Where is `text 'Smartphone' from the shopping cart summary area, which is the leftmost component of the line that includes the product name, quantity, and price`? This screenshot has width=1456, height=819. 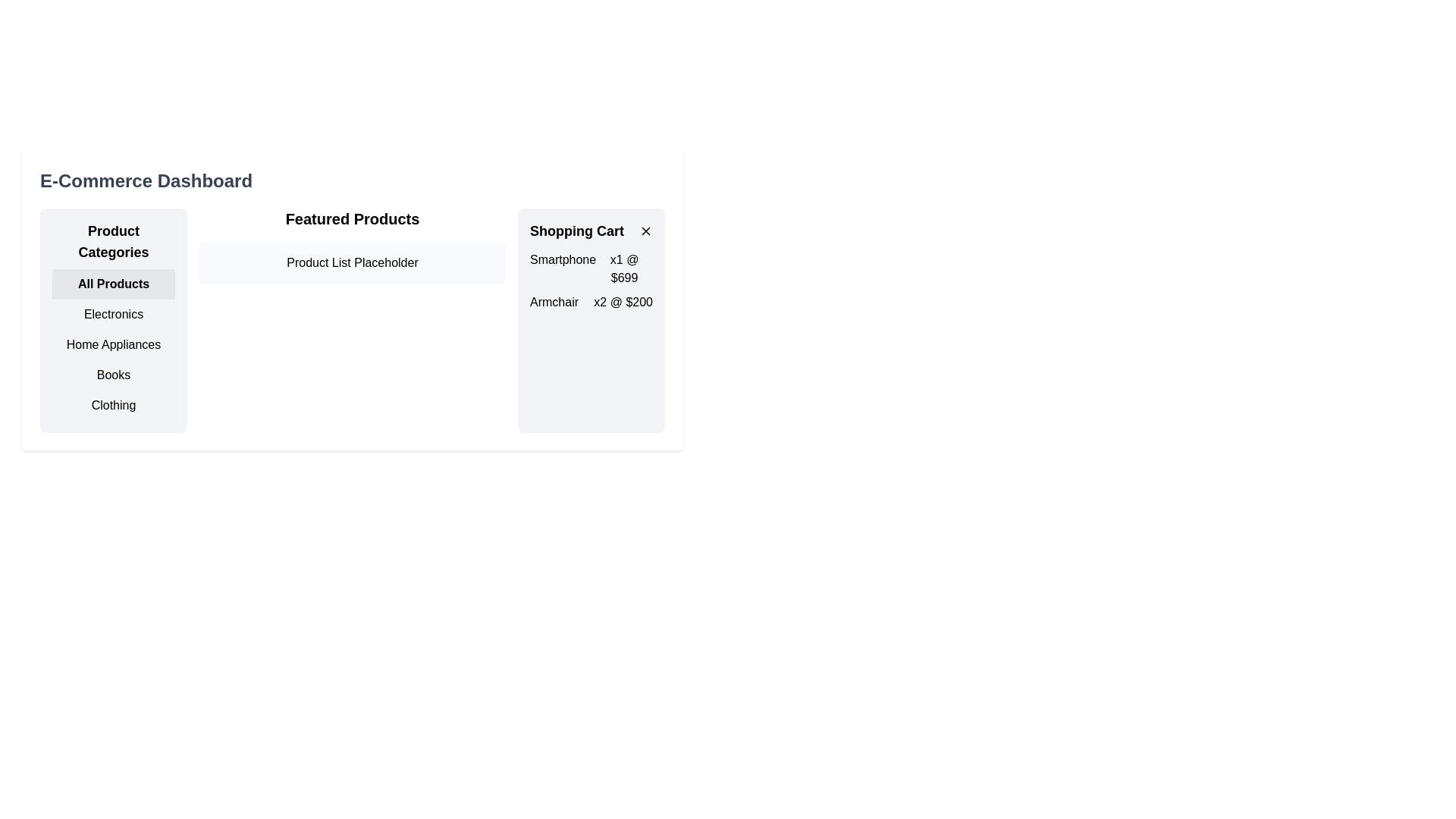
text 'Smartphone' from the shopping cart summary area, which is the leftmost component of the line that includes the product name, quantity, and price is located at coordinates (562, 268).